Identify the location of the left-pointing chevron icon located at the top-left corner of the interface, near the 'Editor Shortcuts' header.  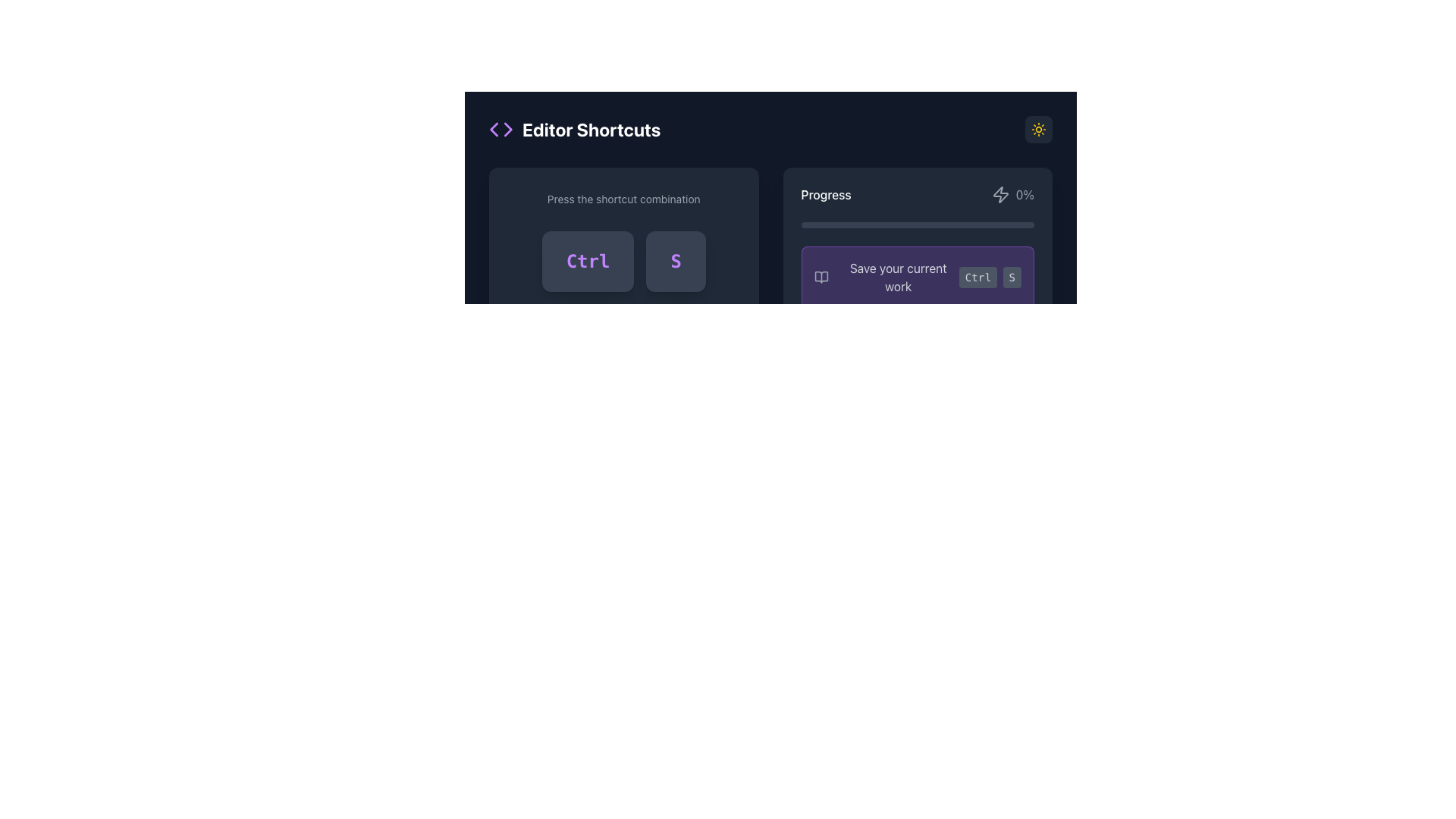
(494, 128).